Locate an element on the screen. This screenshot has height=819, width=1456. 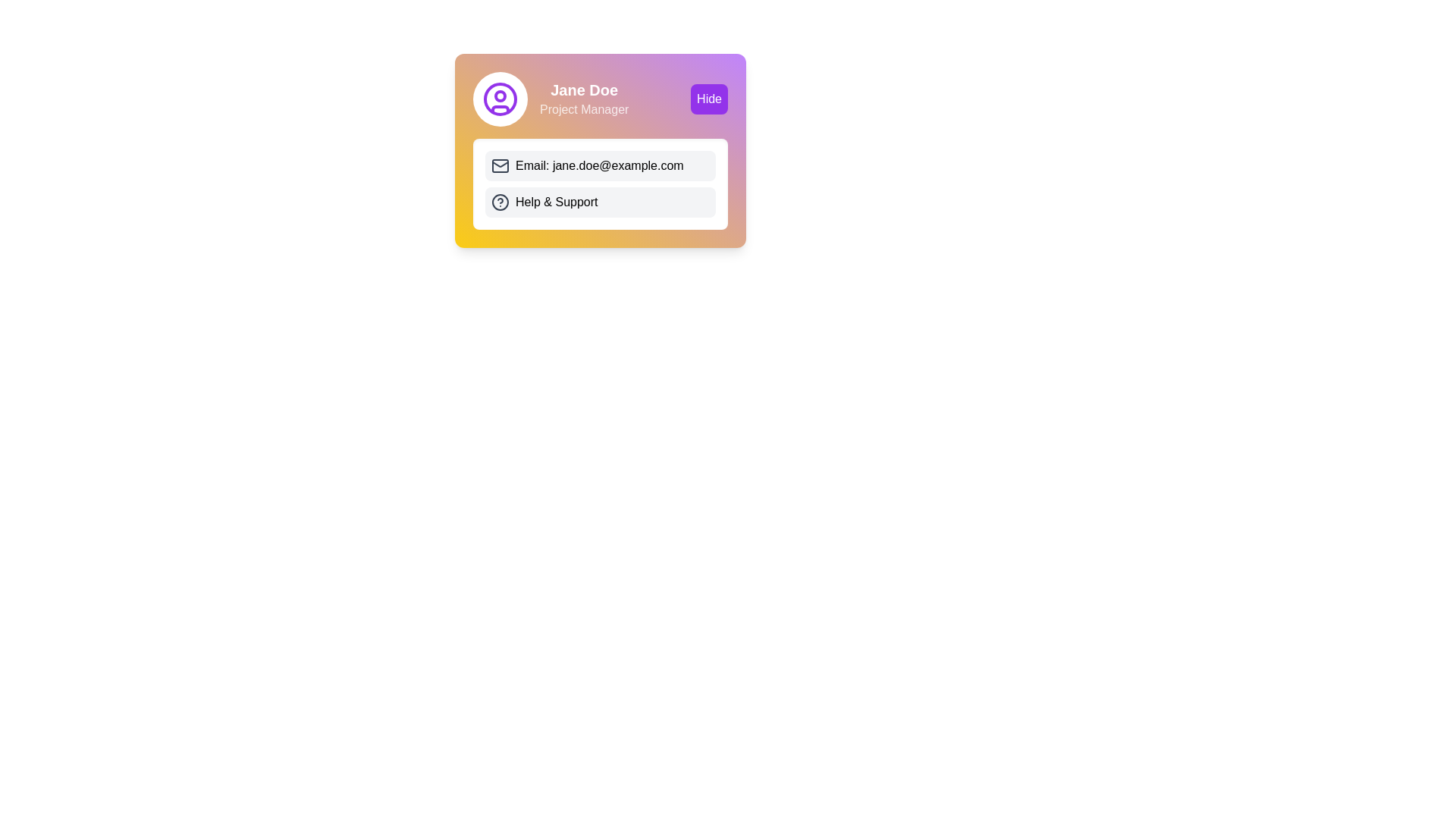
the interactive button displaying the user's email address 'jane.doe@example.com' is located at coordinates (600, 166).